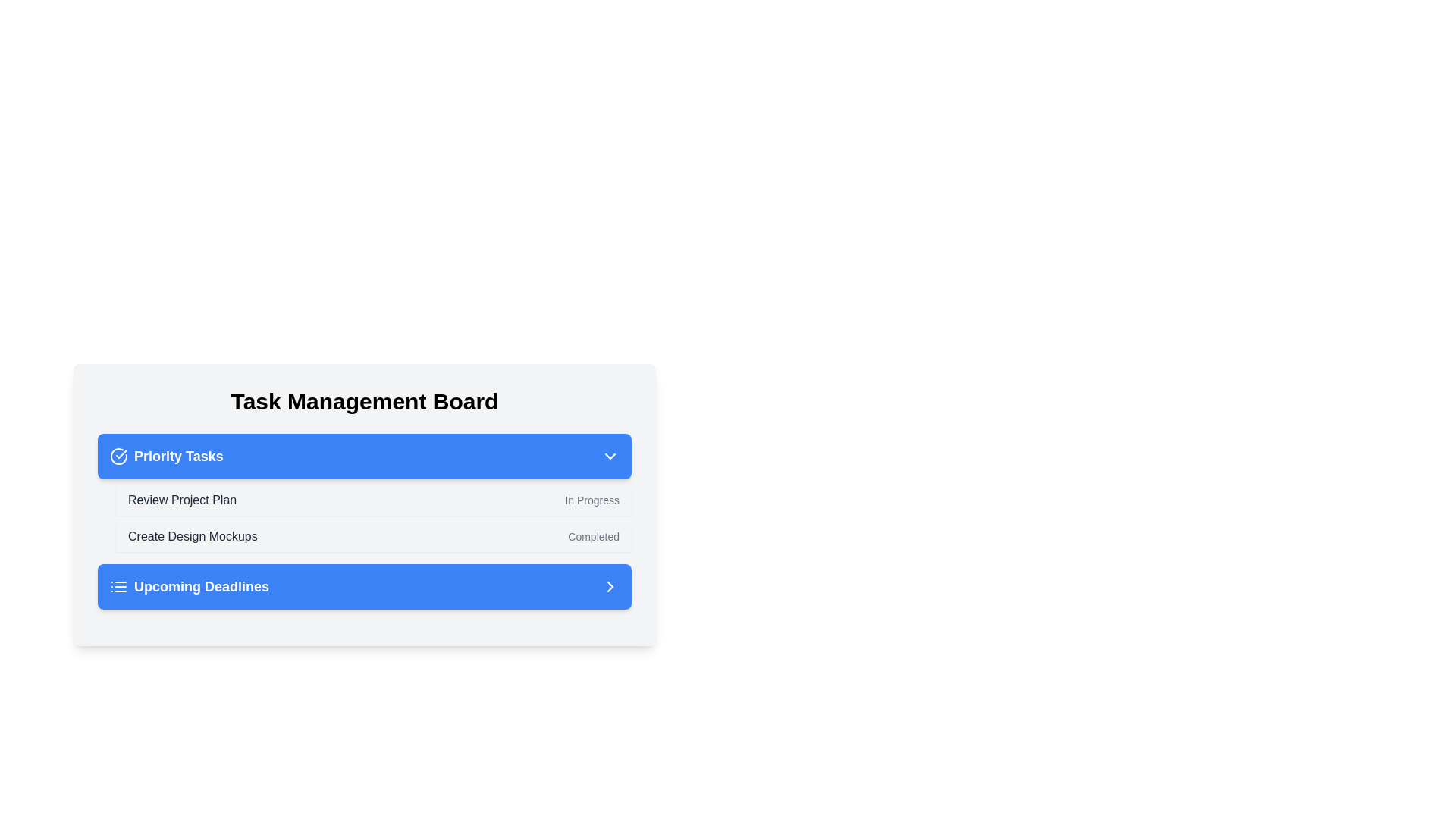 This screenshot has width=1456, height=819. What do you see at coordinates (364, 586) in the screenshot?
I see `the 'Upcoming Deadlines' button located` at bounding box center [364, 586].